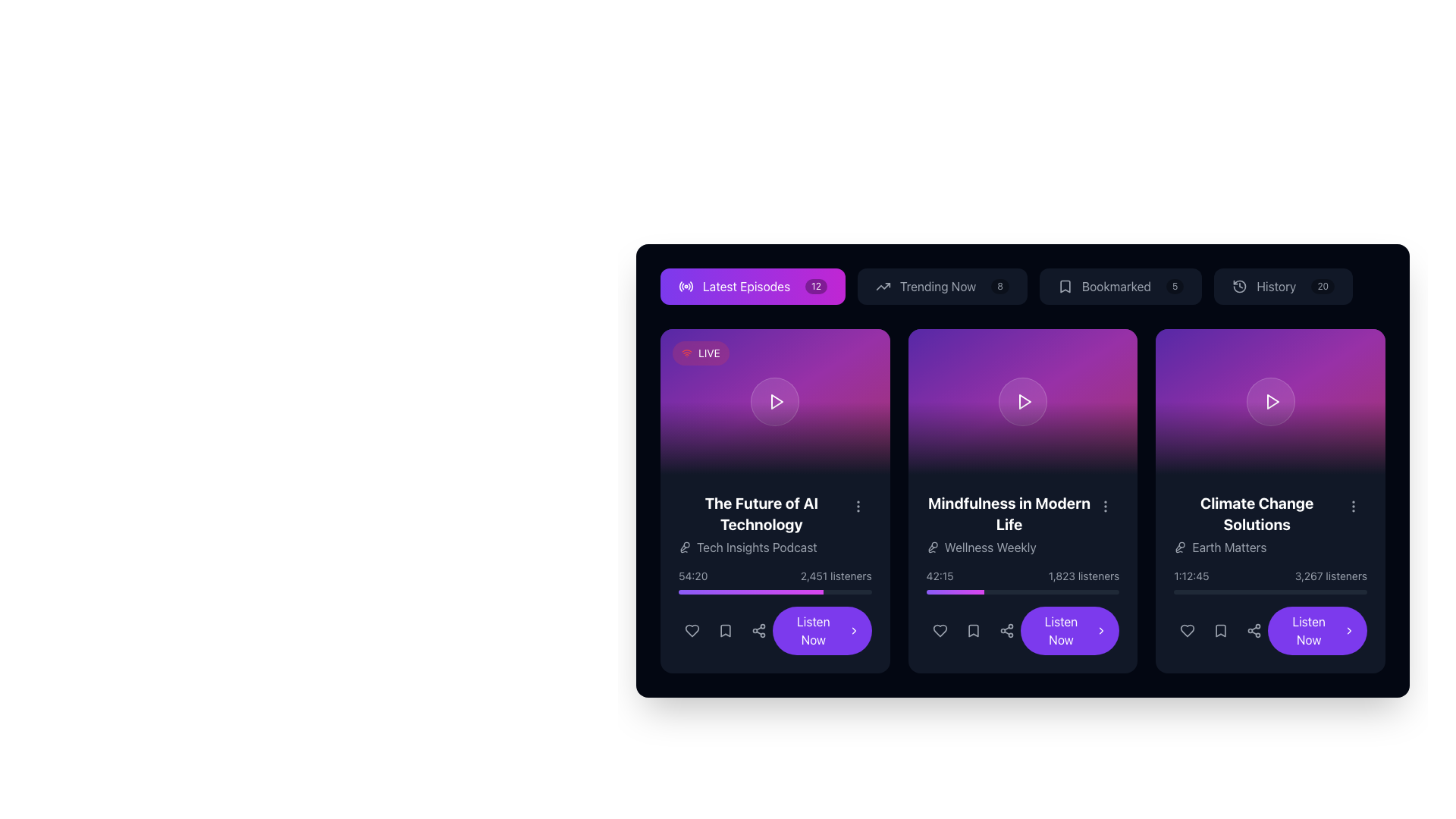 The width and height of the screenshot is (1456, 819). What do you see at coordinates (1272, 400) in the screenshot?
I see `the play button located in the center of the third card from the left under the 'Climate Change Solutions' title` at bounding box center [1272, 400].